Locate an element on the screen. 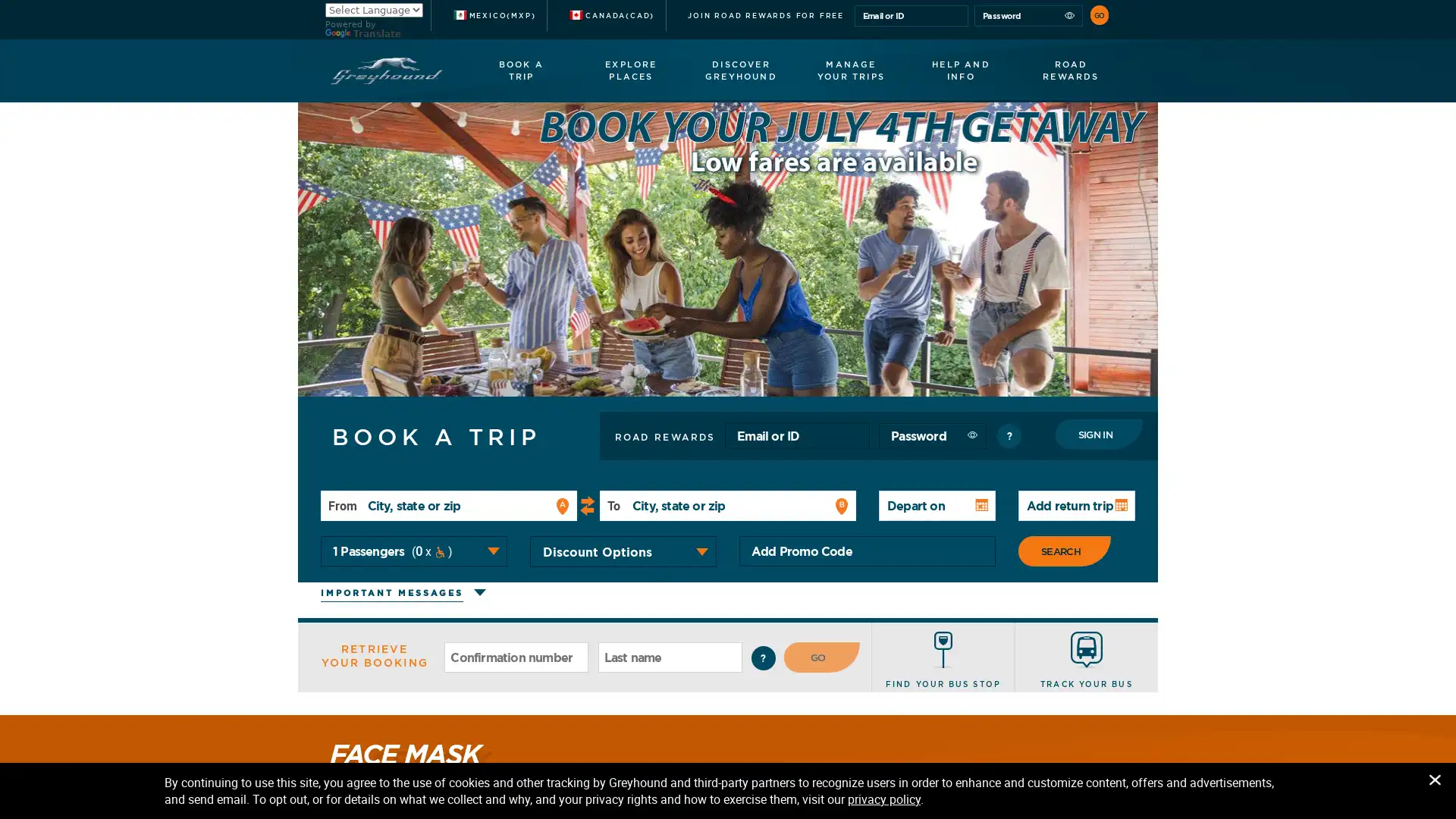 Image resolution: width=1456 pixels, height=819 pixels. GO is located at coordinates (821, 657).